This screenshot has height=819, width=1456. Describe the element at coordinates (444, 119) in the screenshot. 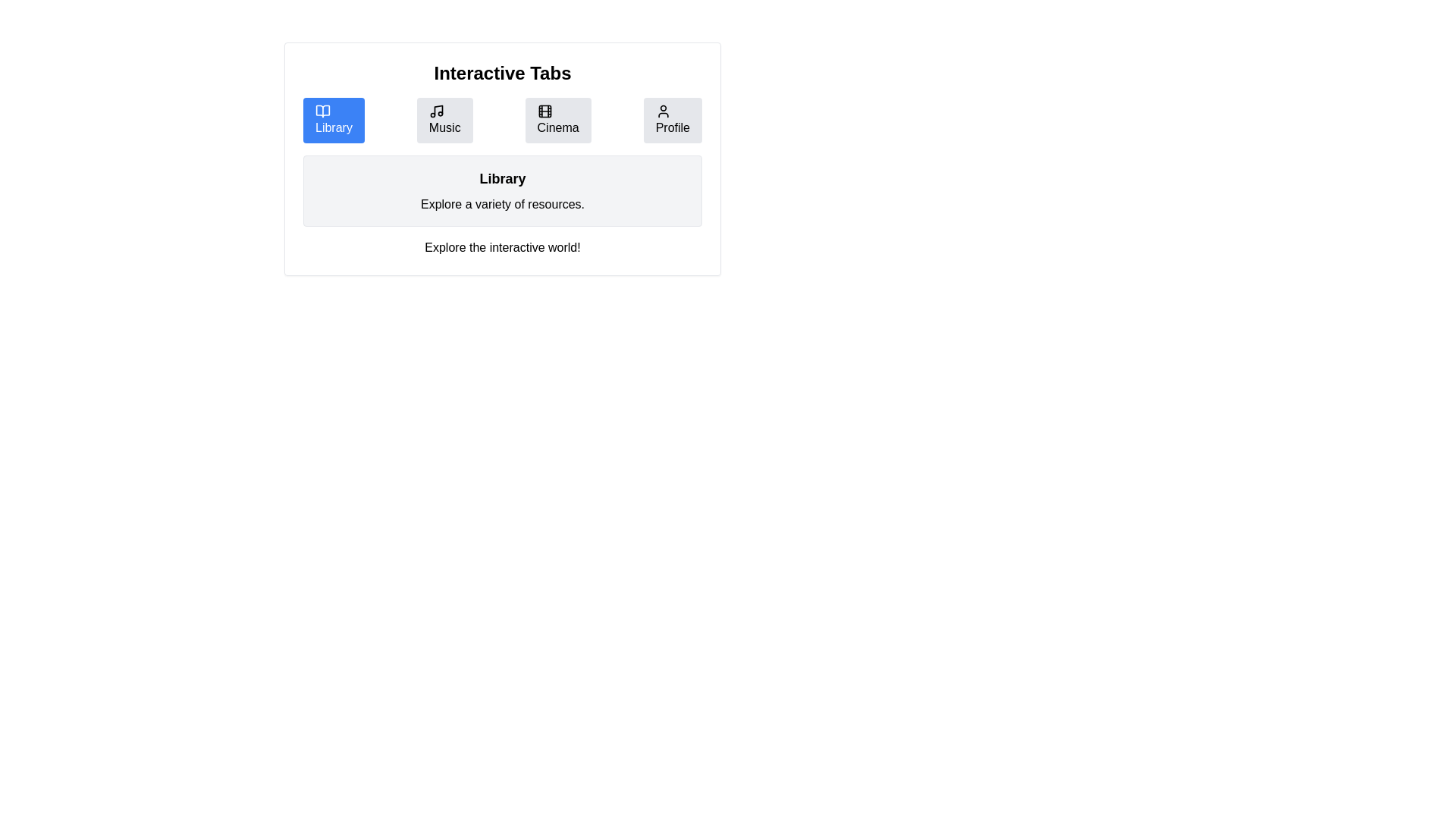

I see `the Music tab to view its content` at that location.